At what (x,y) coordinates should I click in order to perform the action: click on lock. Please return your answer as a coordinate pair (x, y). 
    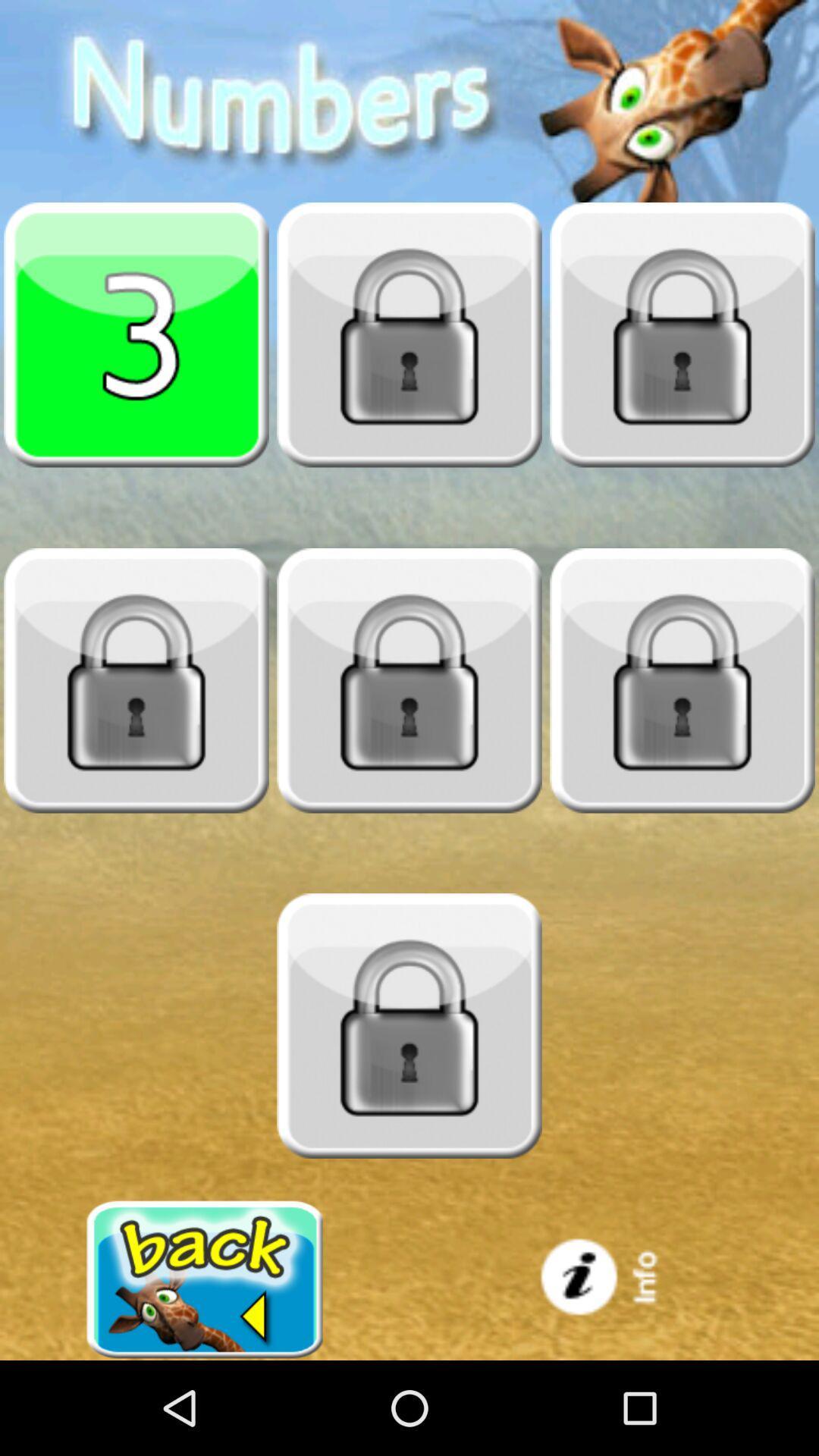
    Looking at the image, I should click on (409, 679).